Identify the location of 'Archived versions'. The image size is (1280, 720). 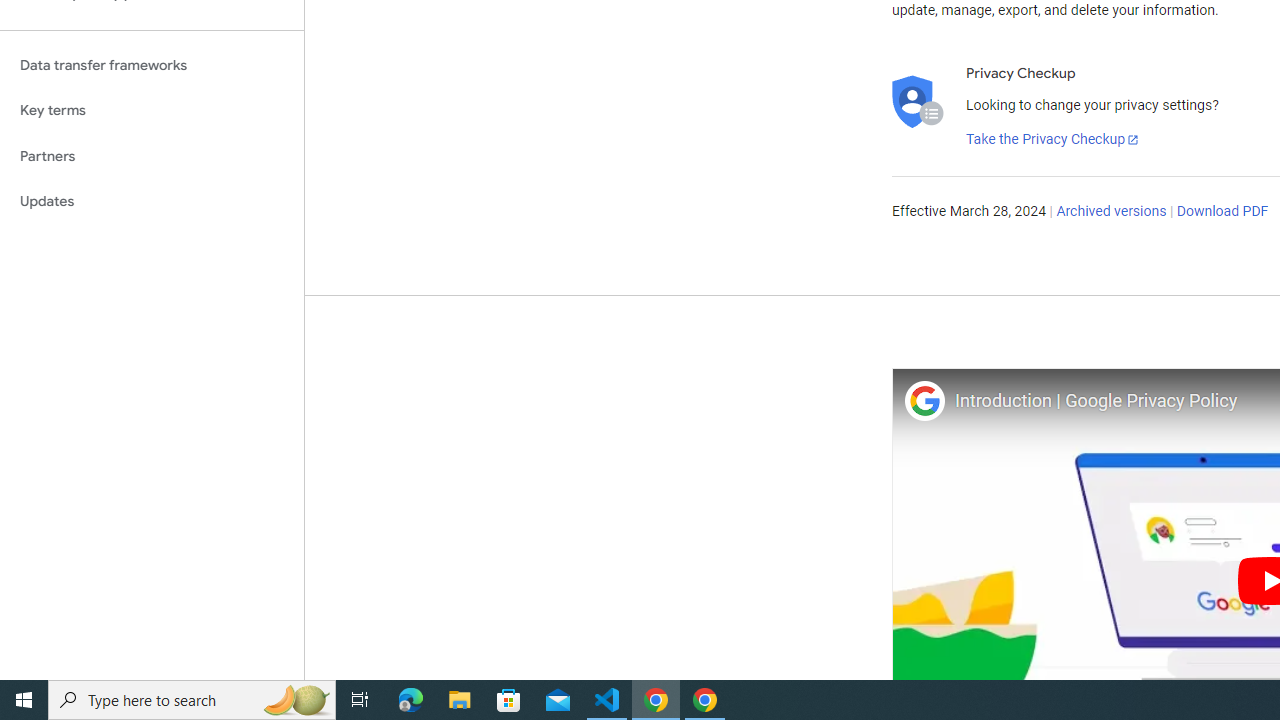
(1110, 212).